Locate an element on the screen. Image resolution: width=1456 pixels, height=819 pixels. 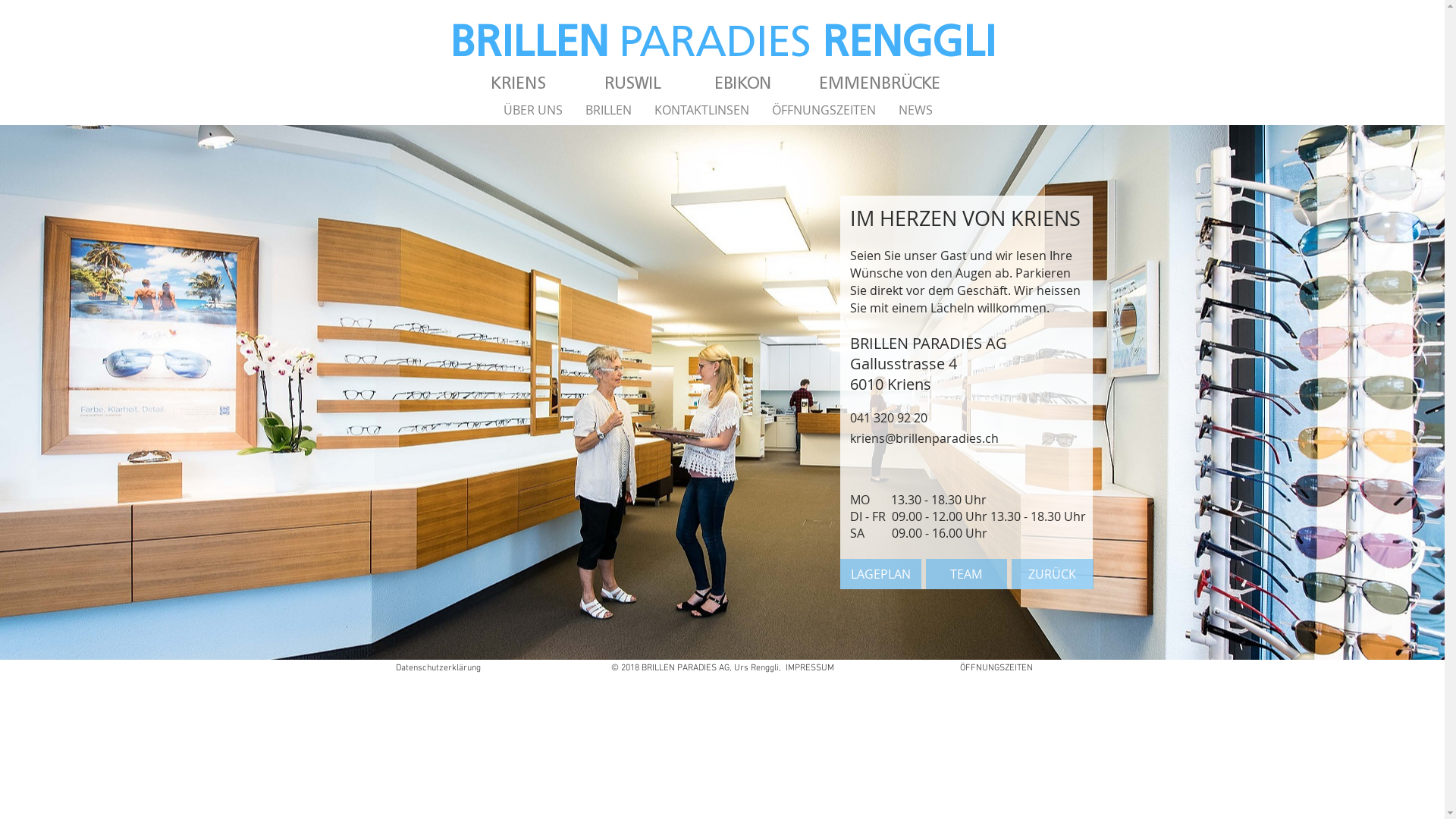
'EBIKON' is located at coordinates (742, 82).